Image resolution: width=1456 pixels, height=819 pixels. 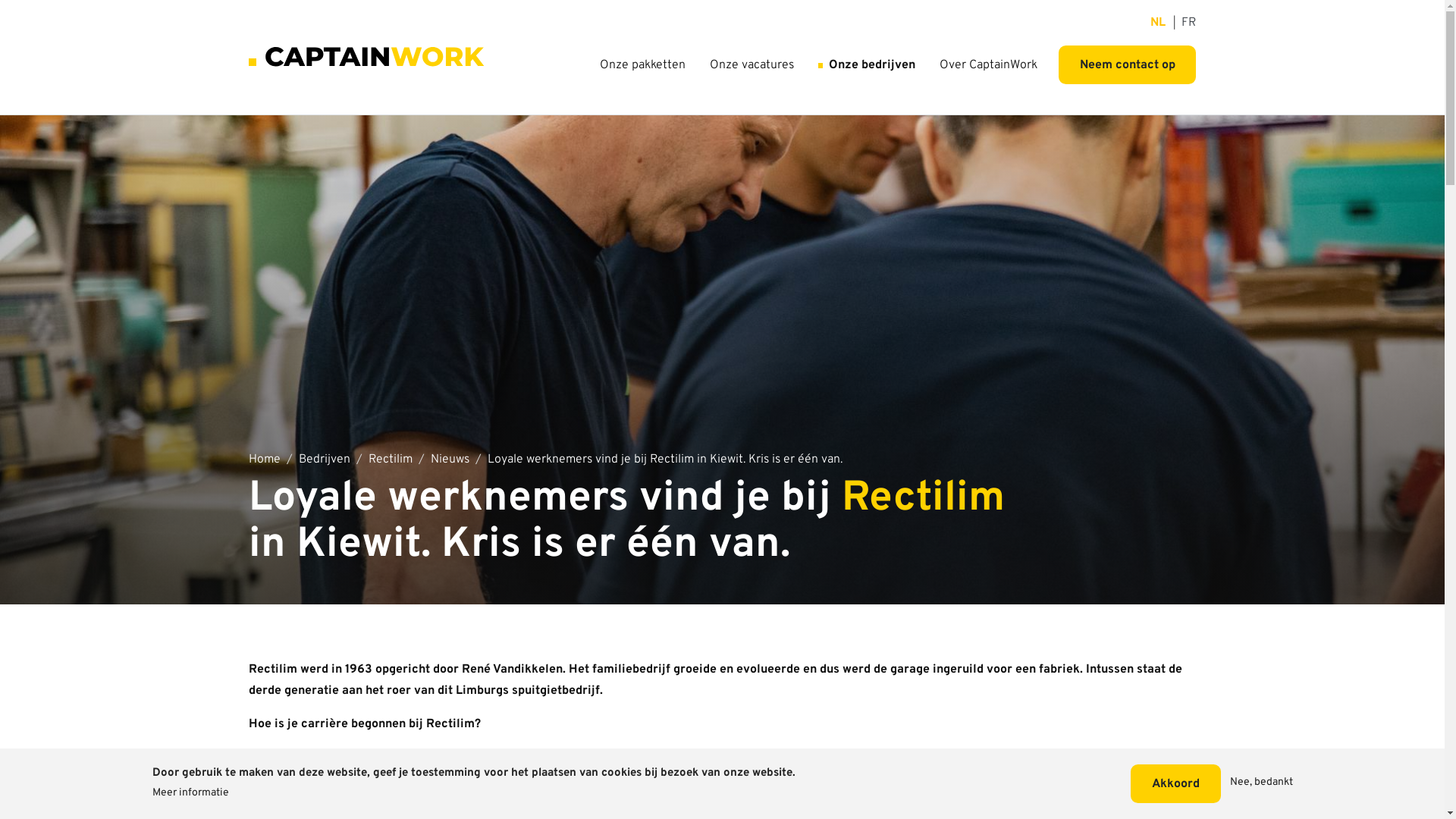 What do you see at coordinates (752, 64) in the screenshot?
I see `'Onze vacatures'` at bounding box center [752, 64].